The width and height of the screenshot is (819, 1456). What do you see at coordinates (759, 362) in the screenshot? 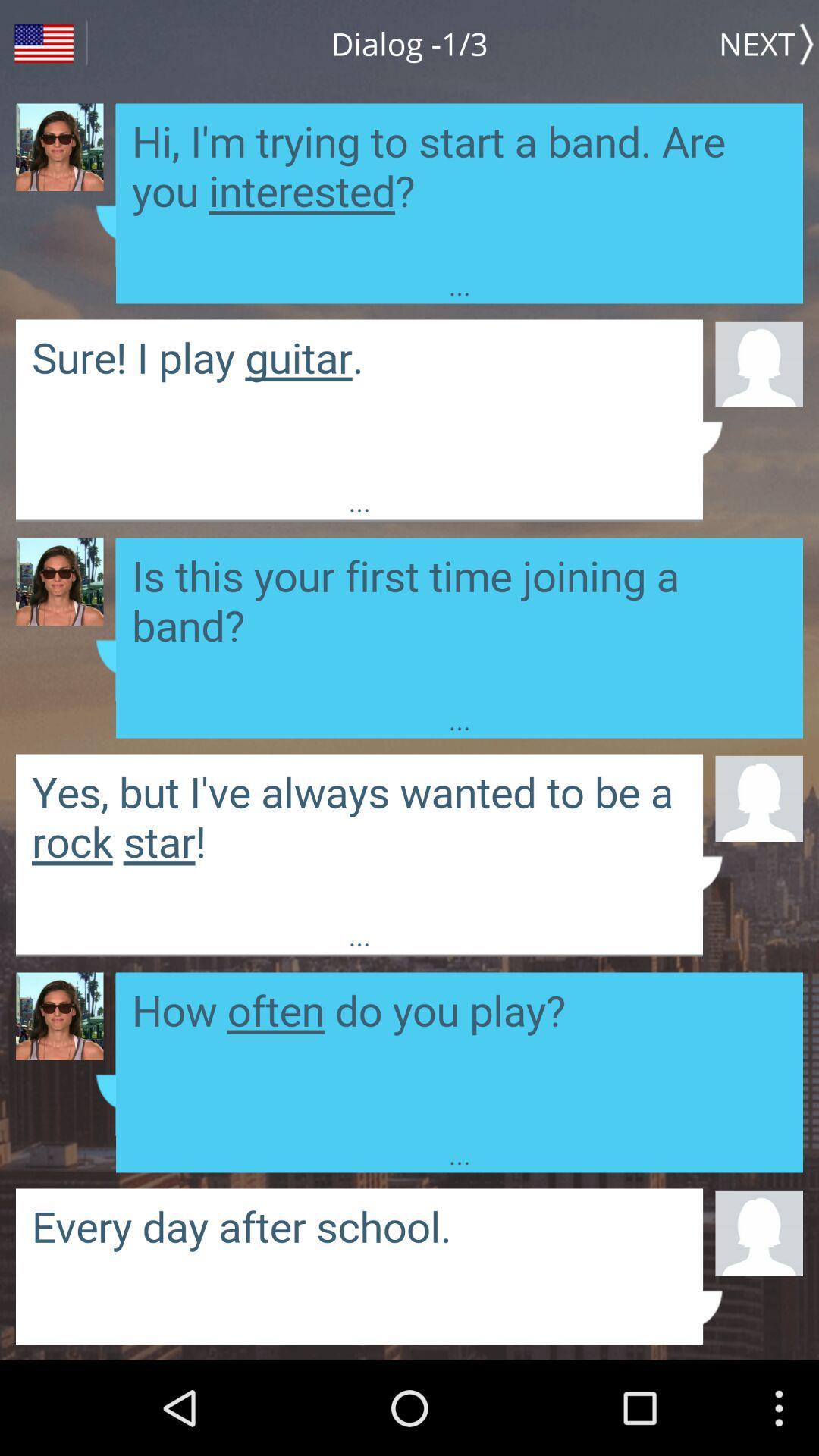
I see `the app below the ...` at bounding box center [759, 362].